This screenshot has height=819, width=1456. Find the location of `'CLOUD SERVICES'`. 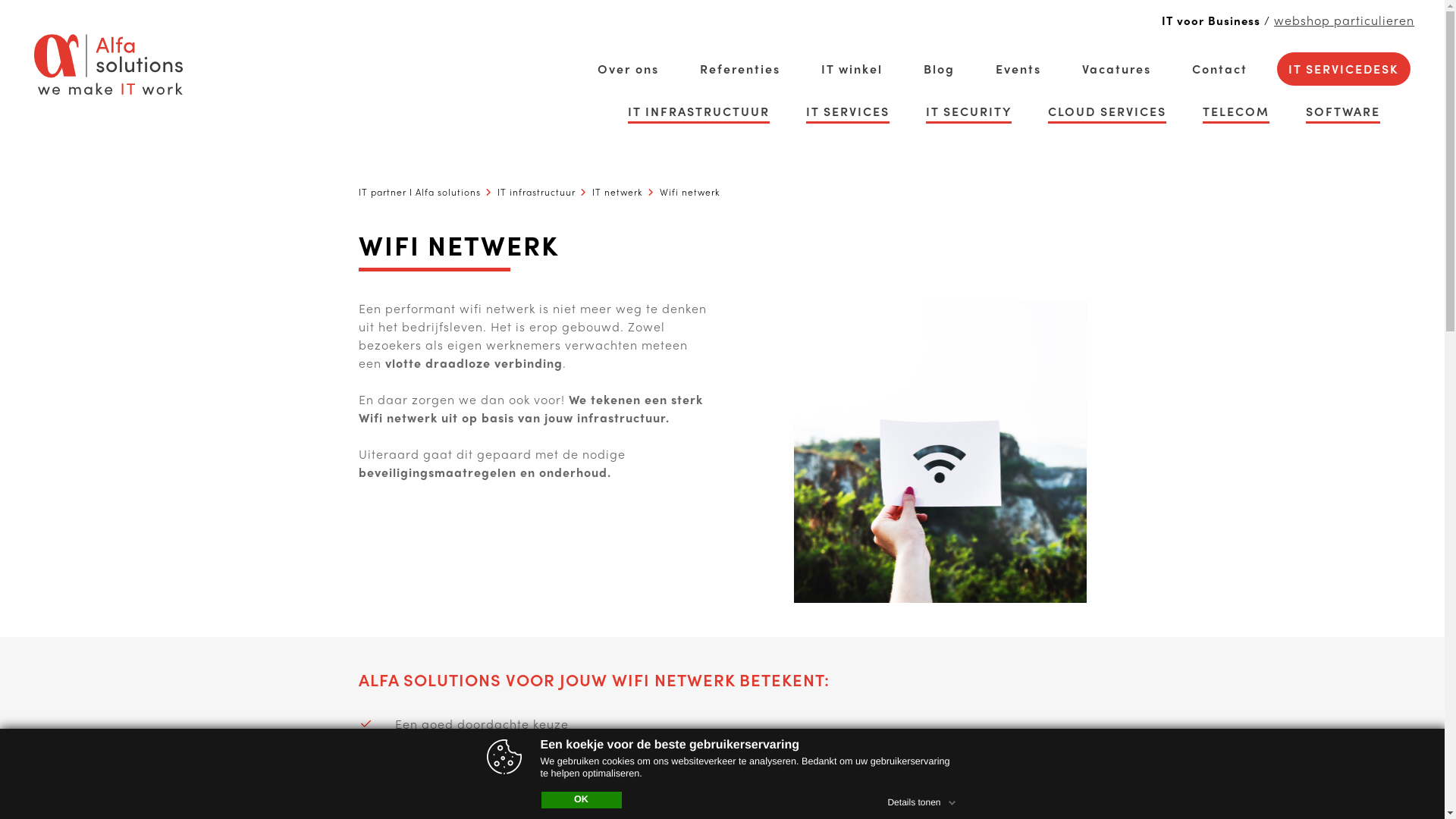

'CLOUD SERVICES' is located at coordinates (1106, 110).